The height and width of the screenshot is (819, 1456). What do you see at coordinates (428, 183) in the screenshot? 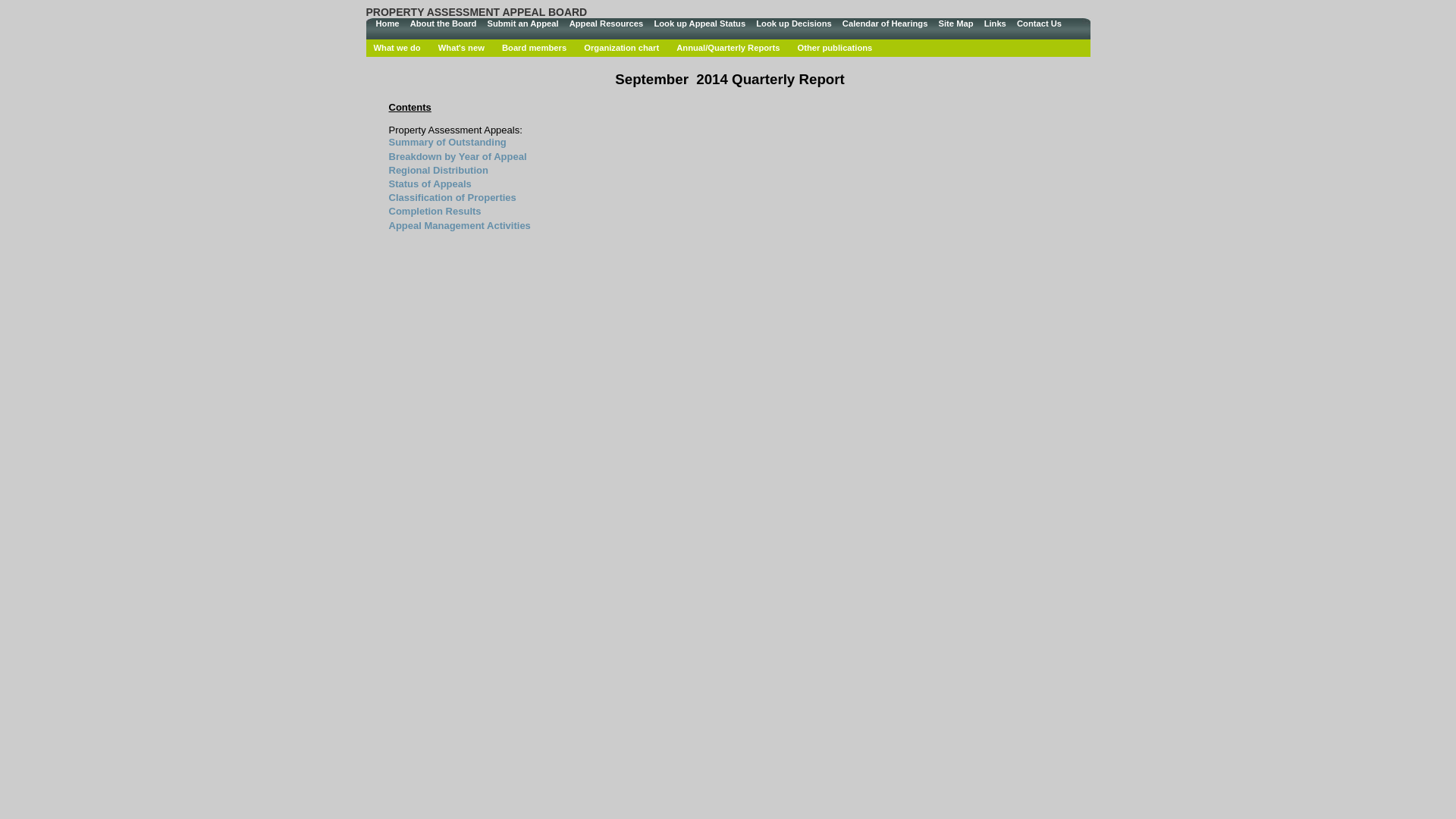
I see `'Status of Appeals'` at bounding box center [428, 183].